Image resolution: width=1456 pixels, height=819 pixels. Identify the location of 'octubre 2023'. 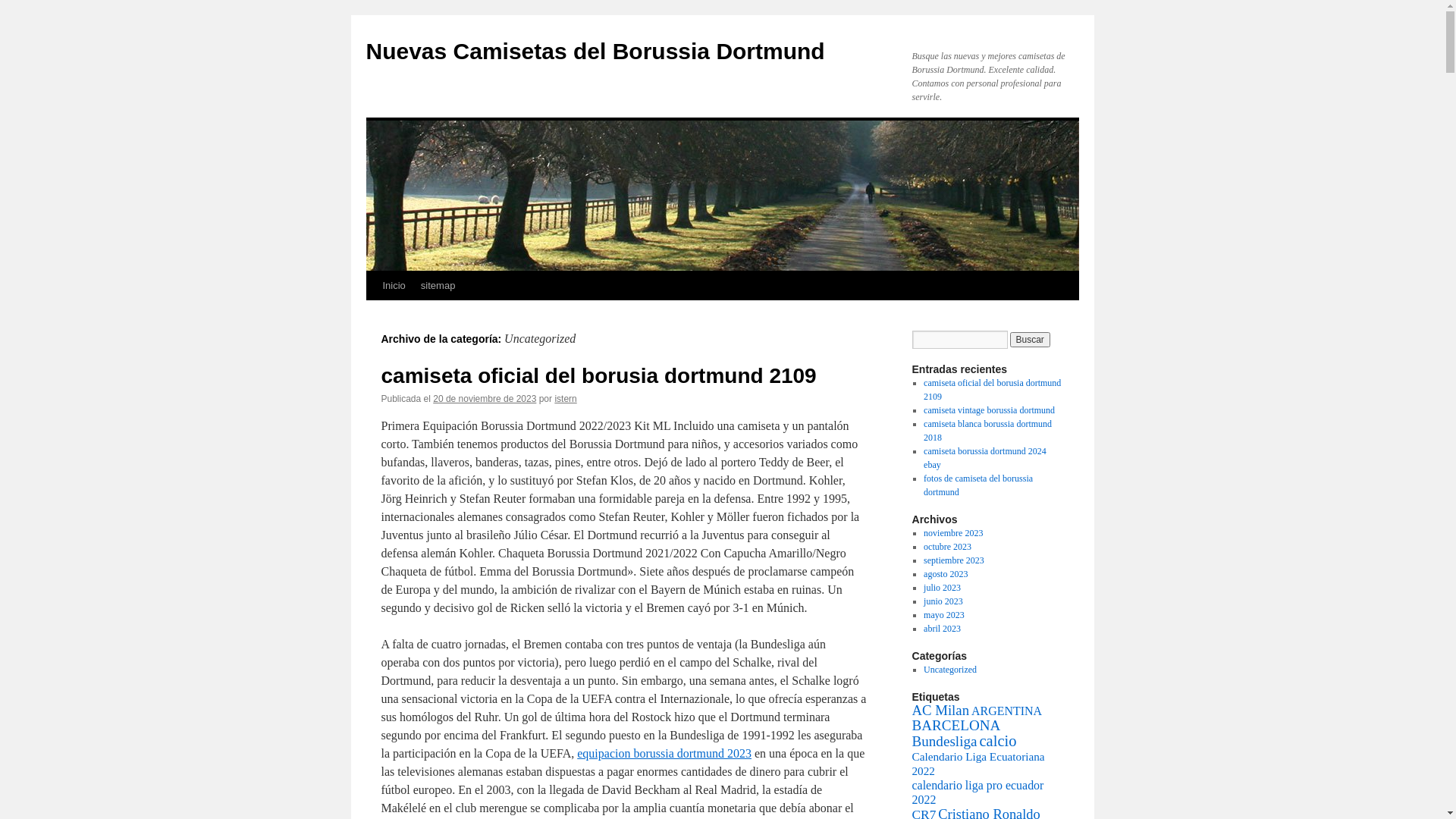
(946, 547).